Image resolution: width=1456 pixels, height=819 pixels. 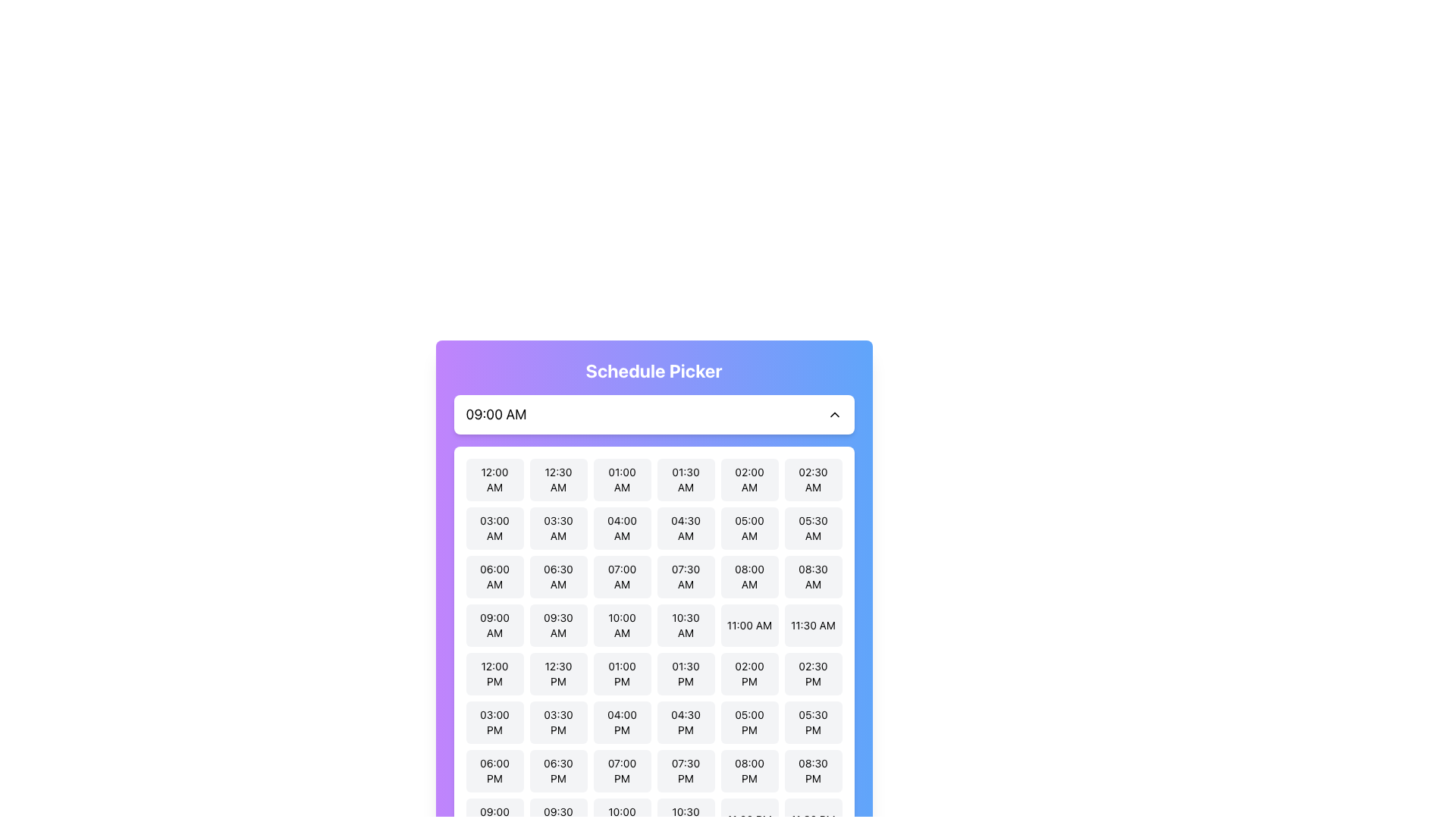 What do you see at coordinates (685, 673) in the screenshot?
I see `the time selection button for '01:30 PM' located in the fifth row and fourth column of the scheduling interface` at bounding box center [685, 673].